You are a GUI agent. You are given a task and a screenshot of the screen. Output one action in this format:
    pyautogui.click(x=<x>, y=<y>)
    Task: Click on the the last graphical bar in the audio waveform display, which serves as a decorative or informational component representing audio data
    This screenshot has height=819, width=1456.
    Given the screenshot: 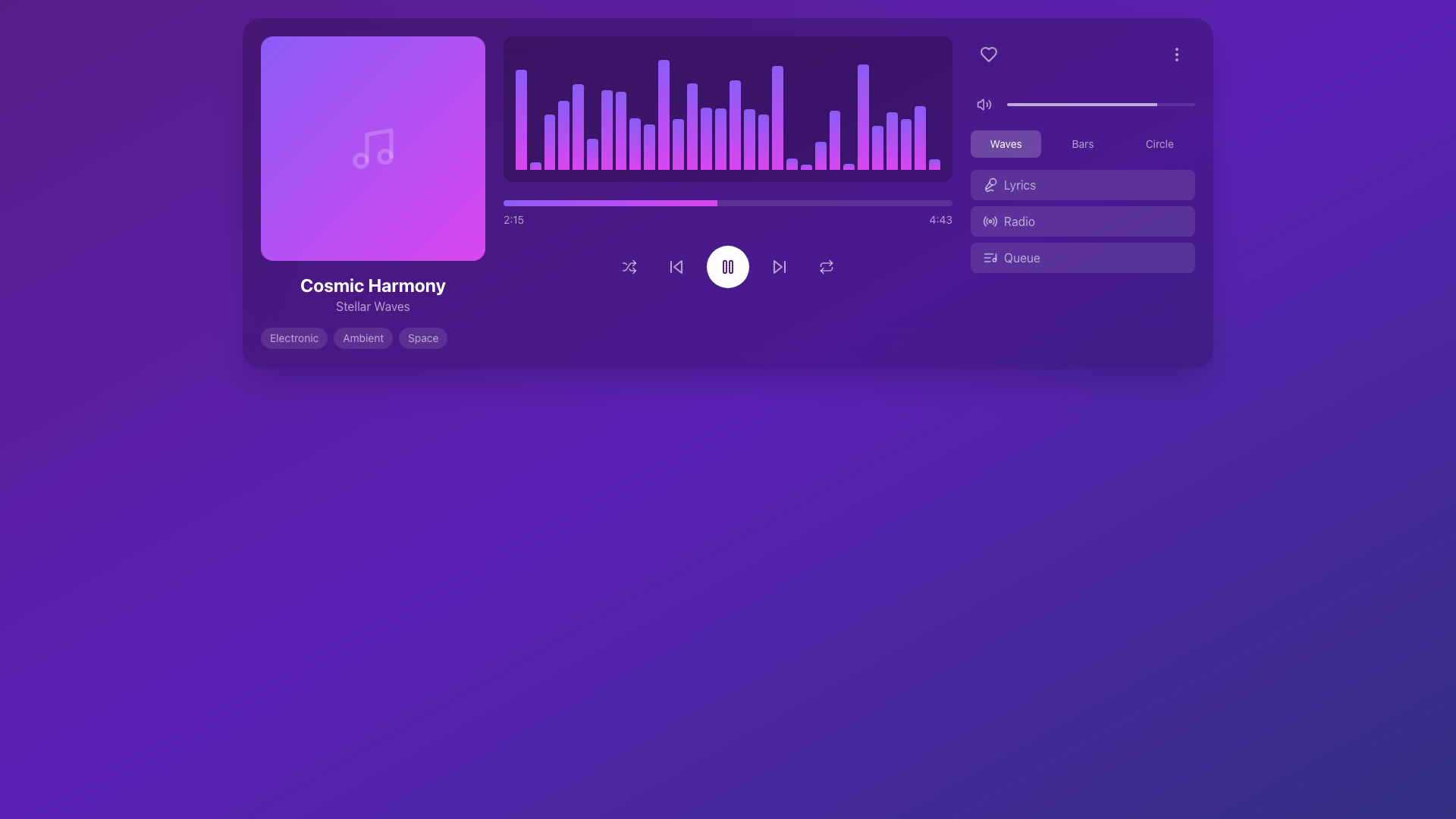 What is the action you would take?
    pyautogui.click(x=934, y=164)
    